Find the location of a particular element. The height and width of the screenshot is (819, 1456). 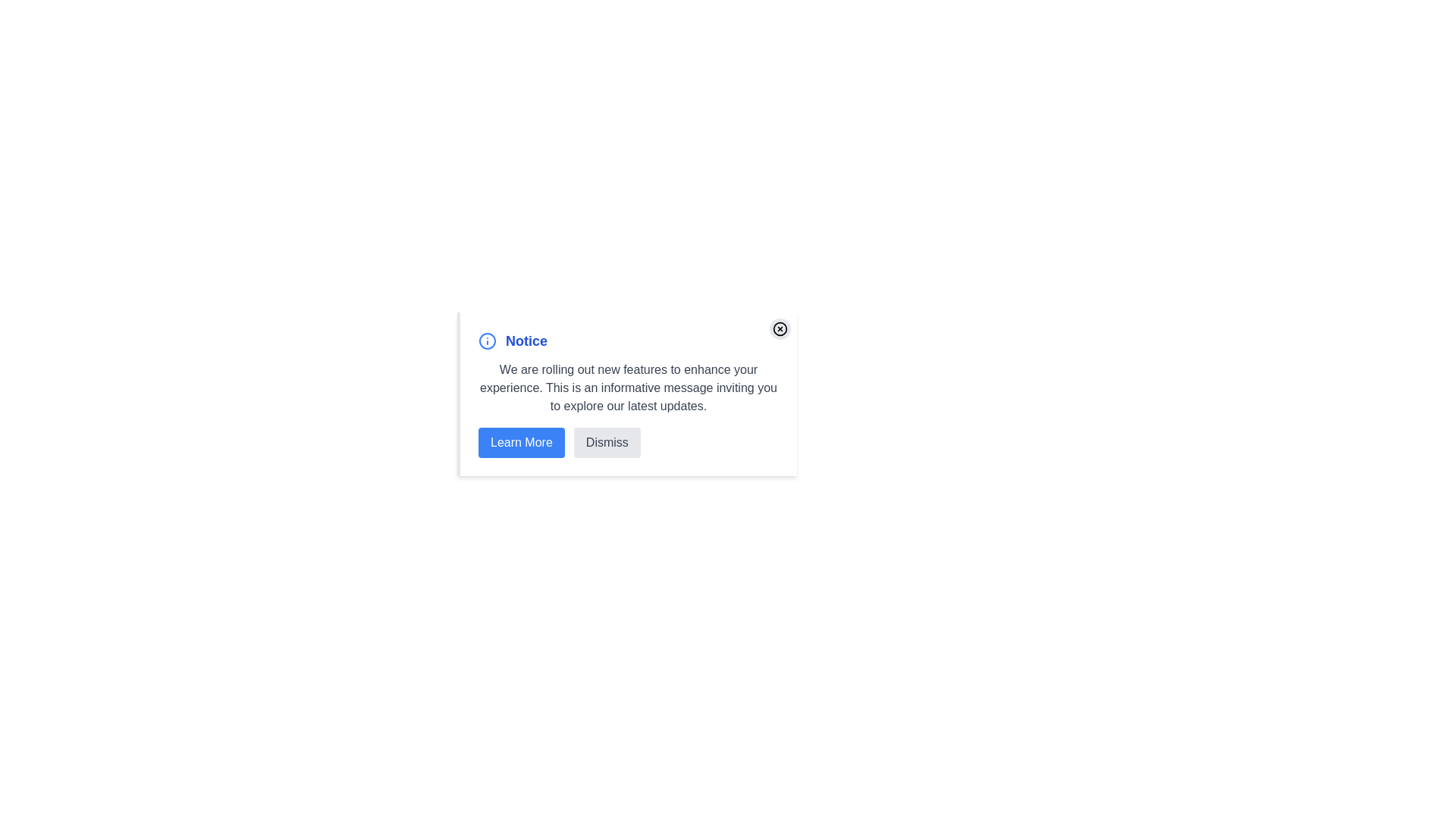

the center of the 'Notice' title is located at coordinates (629, 341).